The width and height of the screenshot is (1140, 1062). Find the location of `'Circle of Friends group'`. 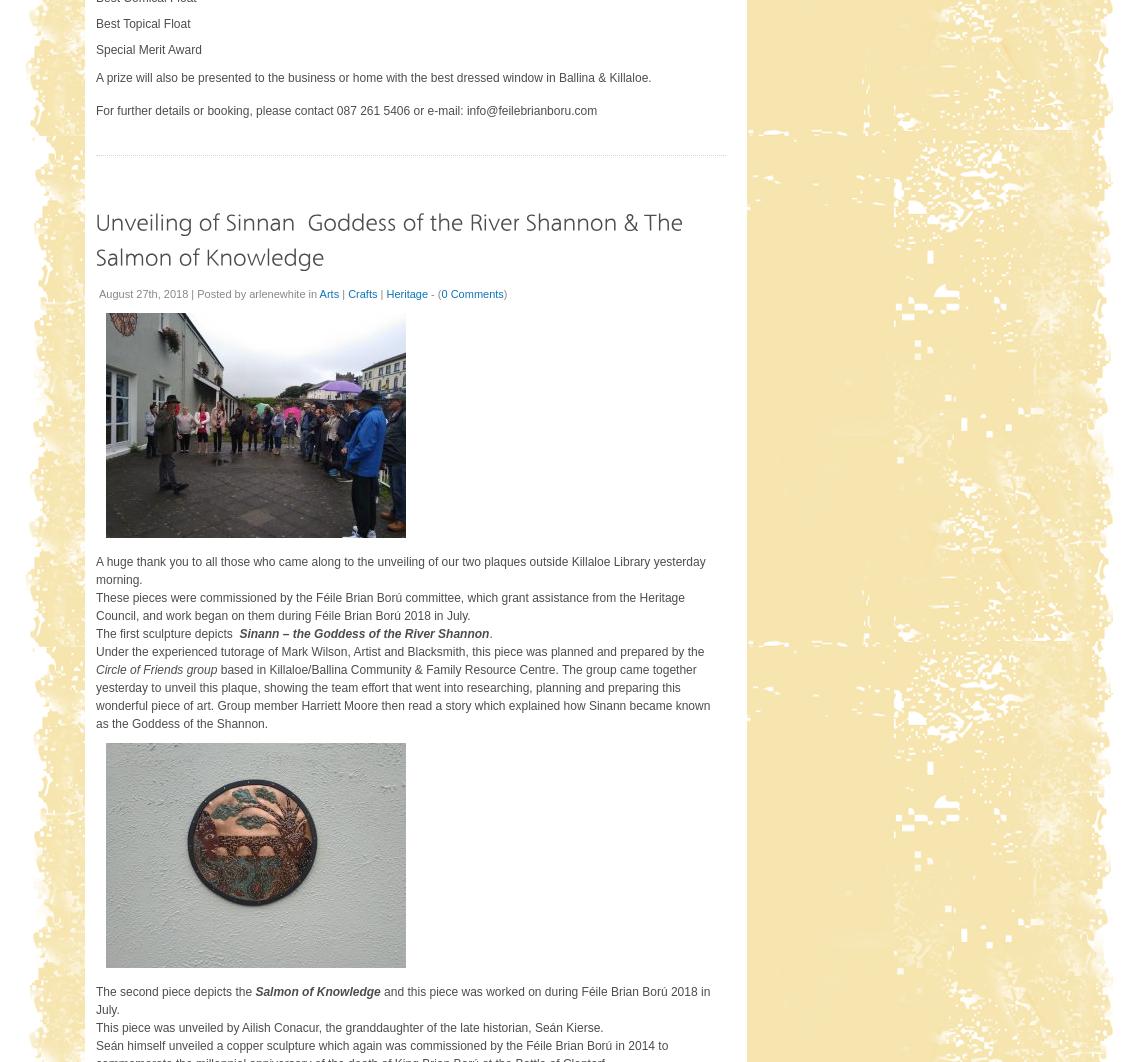

'Circle of Friends group' is located at coordinates (94, 668).